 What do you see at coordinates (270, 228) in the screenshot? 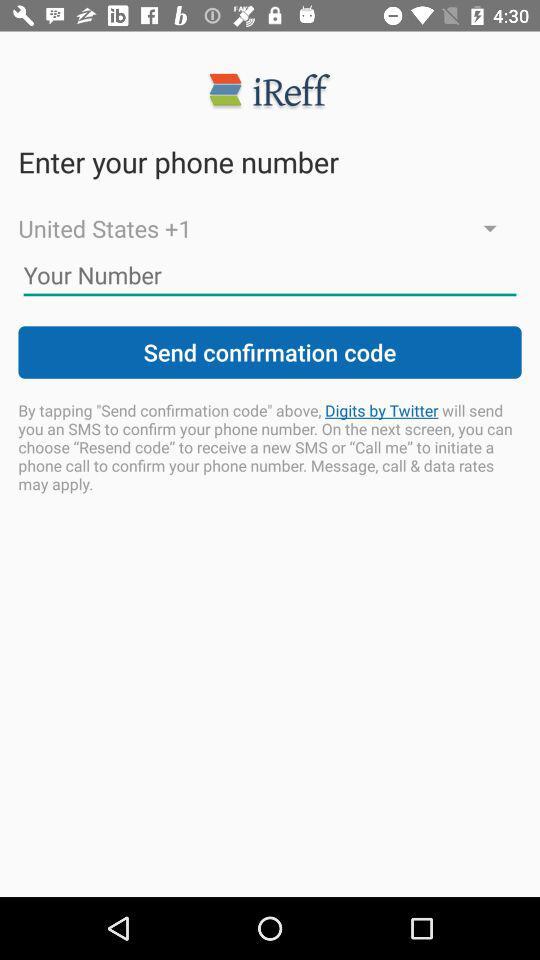
I see `united states +1 icon` at bounding box center [270, 228].